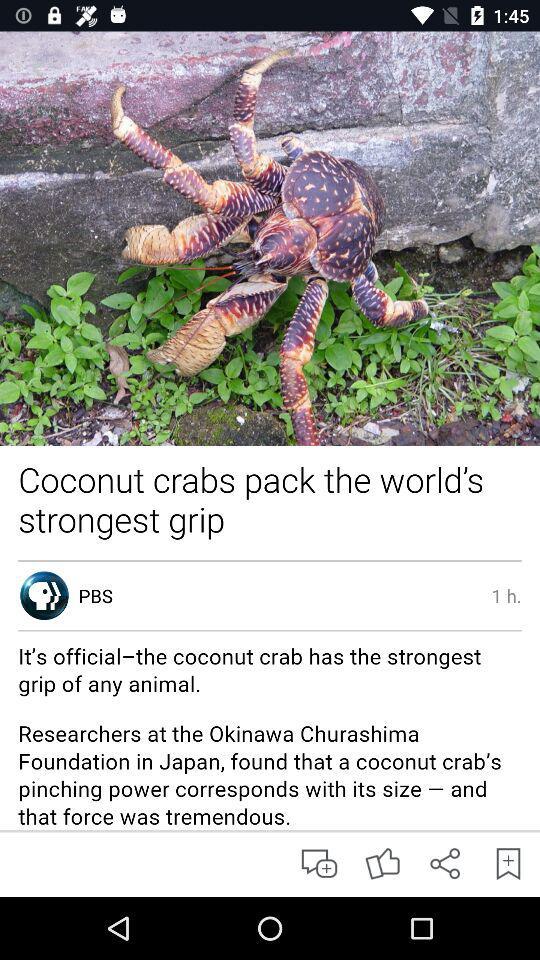  I want to click on the bookmark icon, so click(508, 861).